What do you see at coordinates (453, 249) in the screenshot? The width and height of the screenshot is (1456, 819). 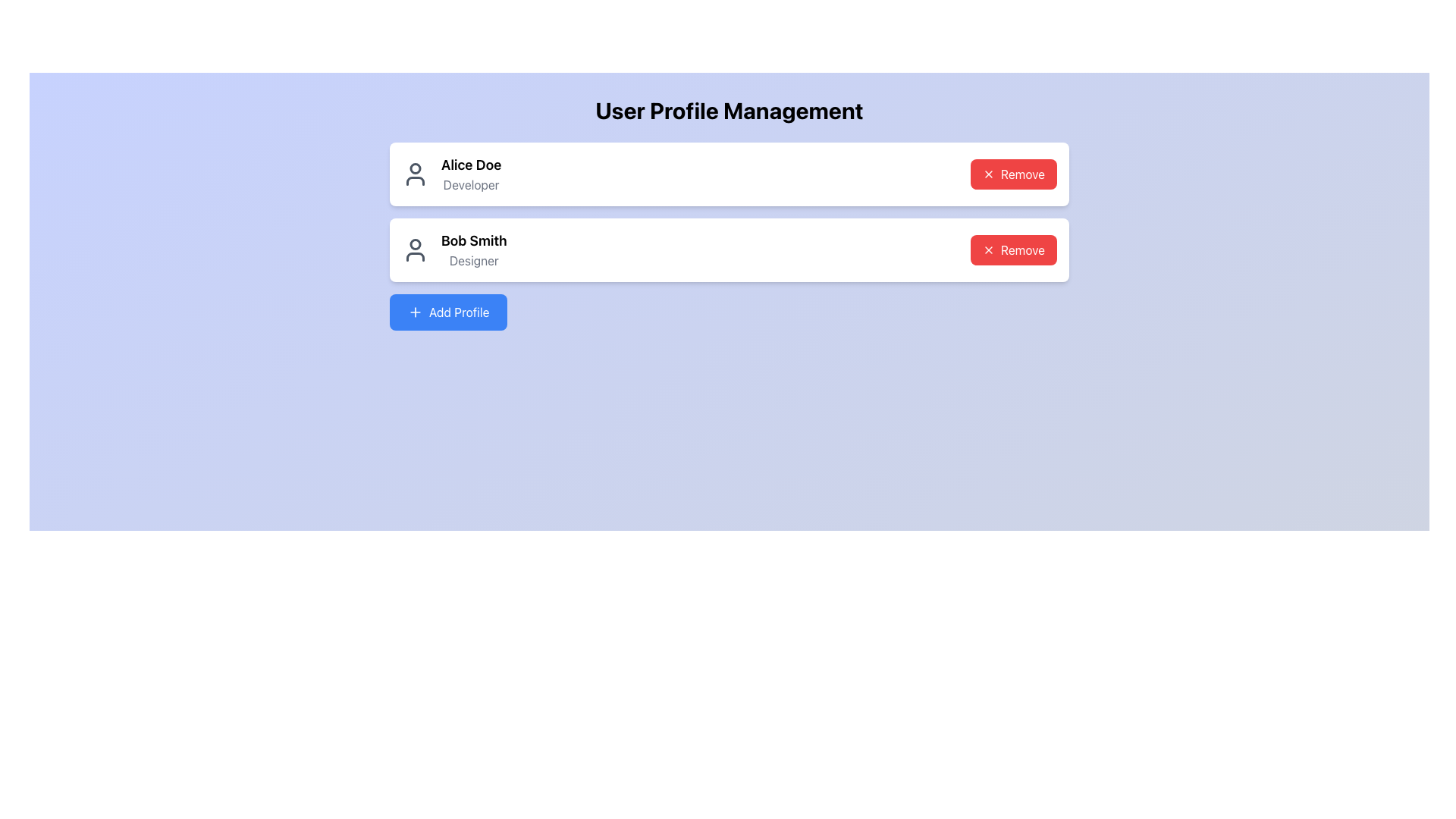 I see `the Label displaying the name and position of a user in the second profile card, located to the right of the avatar icon and above the 'Remove' button` at bounding box center [453, 249].